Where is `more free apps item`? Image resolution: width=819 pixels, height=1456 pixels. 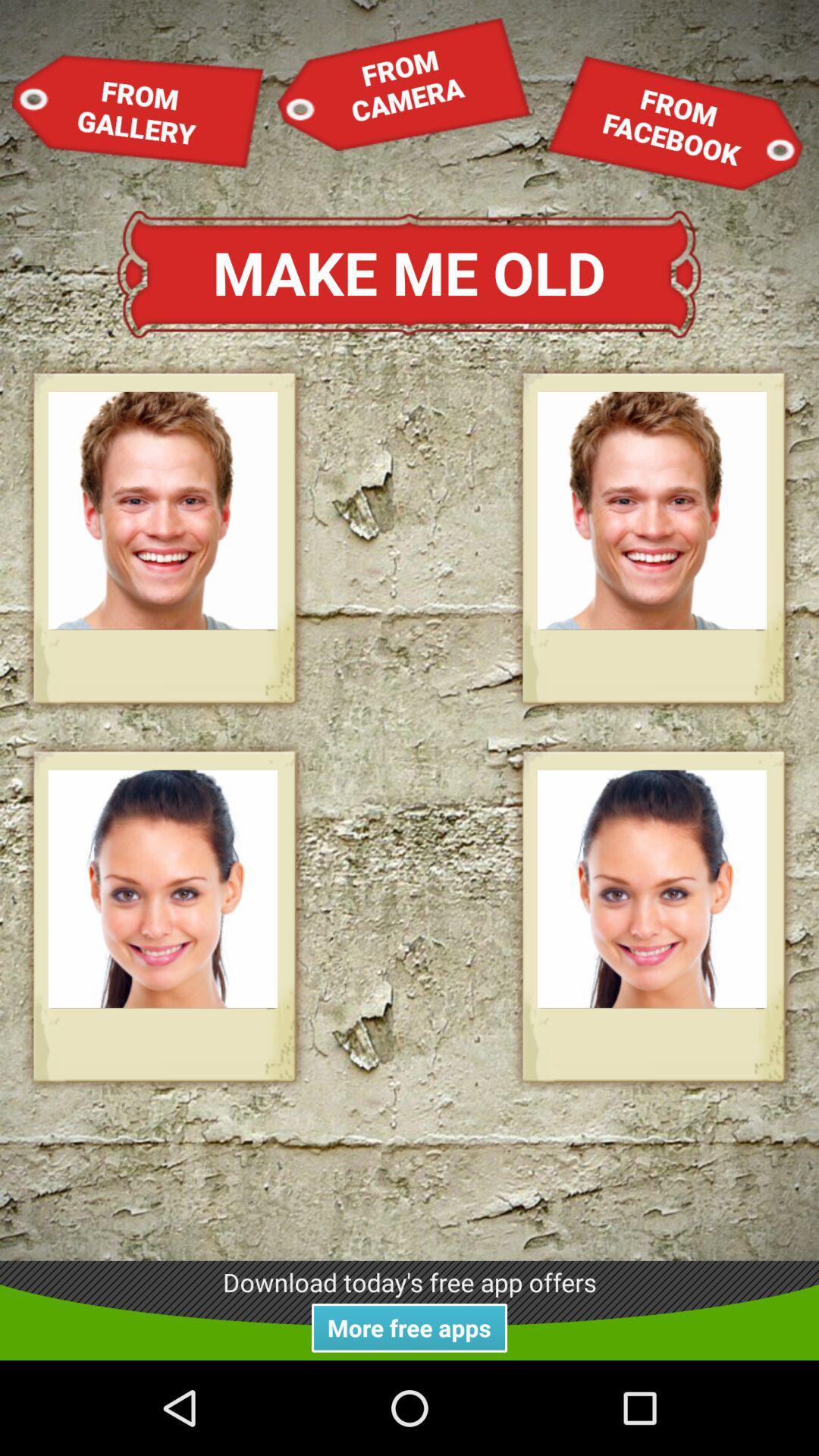
more free apps item is located at coordinates (409, 1327).